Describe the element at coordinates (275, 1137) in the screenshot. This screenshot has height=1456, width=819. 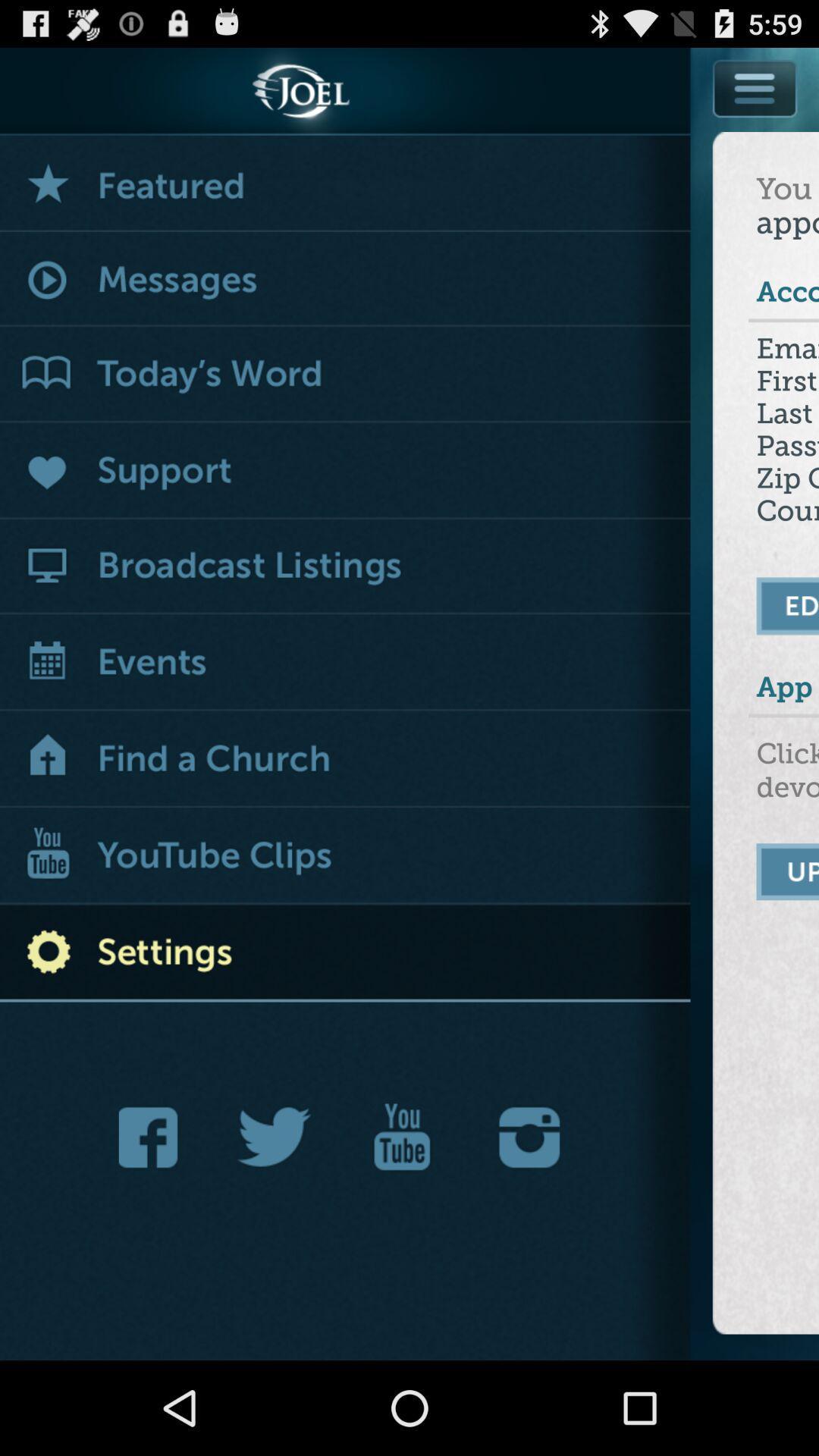
I see `the twitter website image option` at that location.